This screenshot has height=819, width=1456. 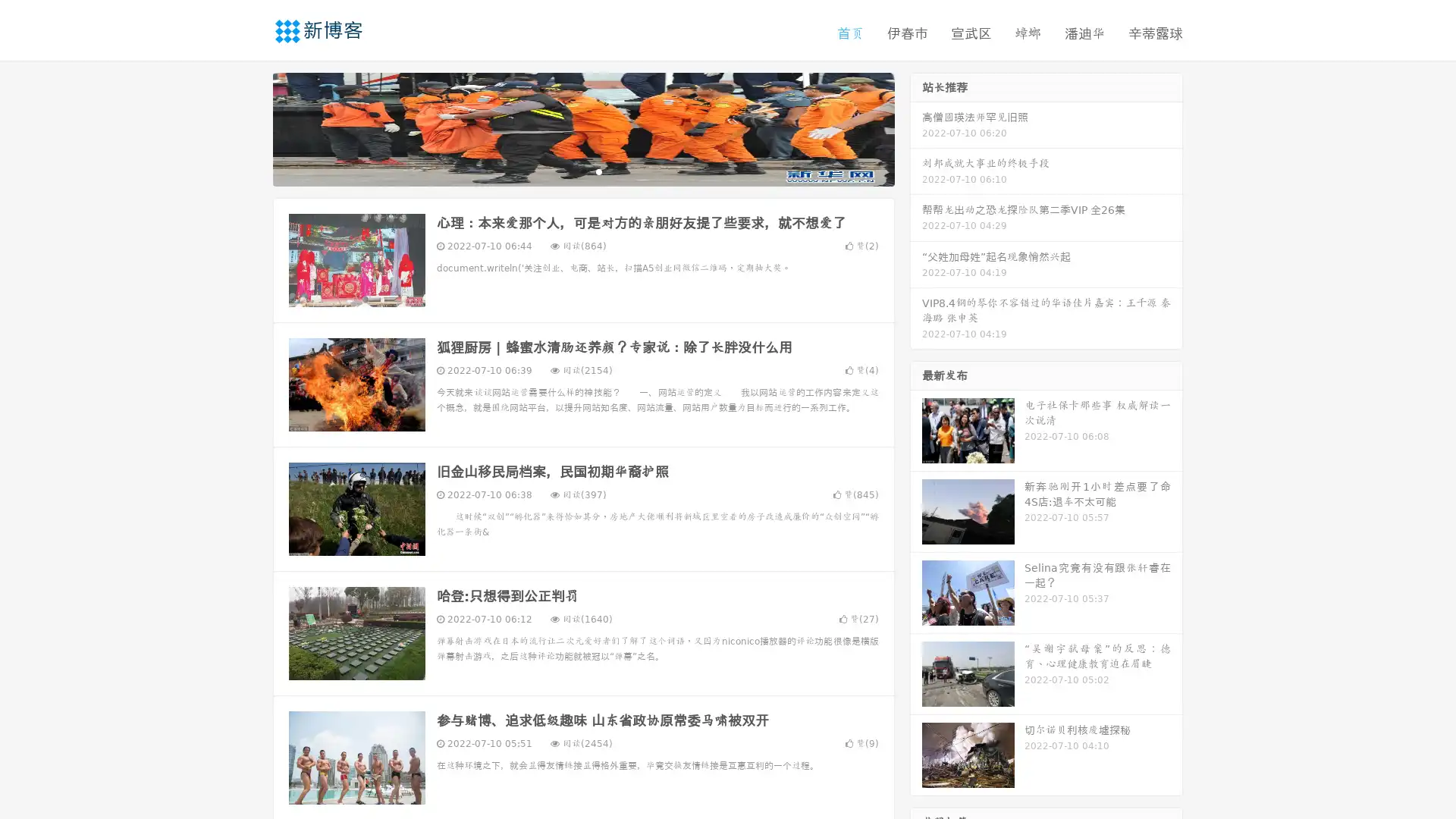 What do you see at coordinates (916, 127) in the screenshot?
I see `Next slide` at bounding box center [916, 127].